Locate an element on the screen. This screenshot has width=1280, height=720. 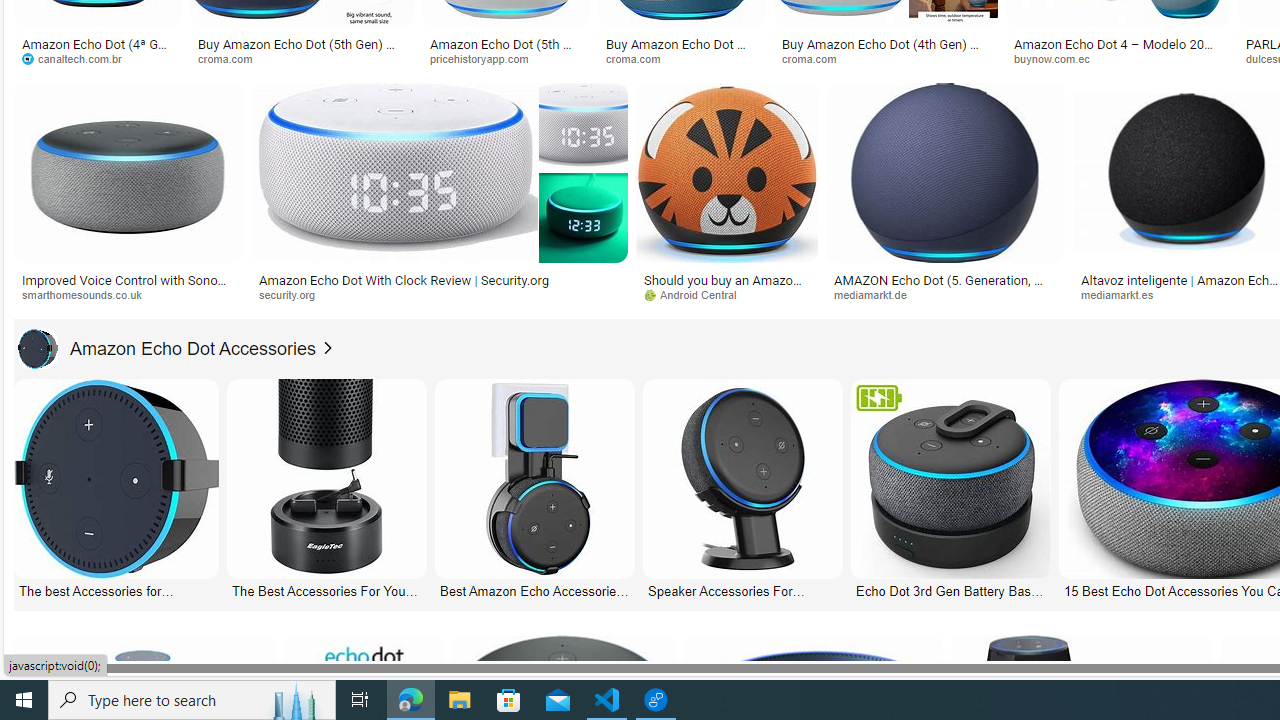
'pricehistoryapp.com' is located at coordinates (486, 57).